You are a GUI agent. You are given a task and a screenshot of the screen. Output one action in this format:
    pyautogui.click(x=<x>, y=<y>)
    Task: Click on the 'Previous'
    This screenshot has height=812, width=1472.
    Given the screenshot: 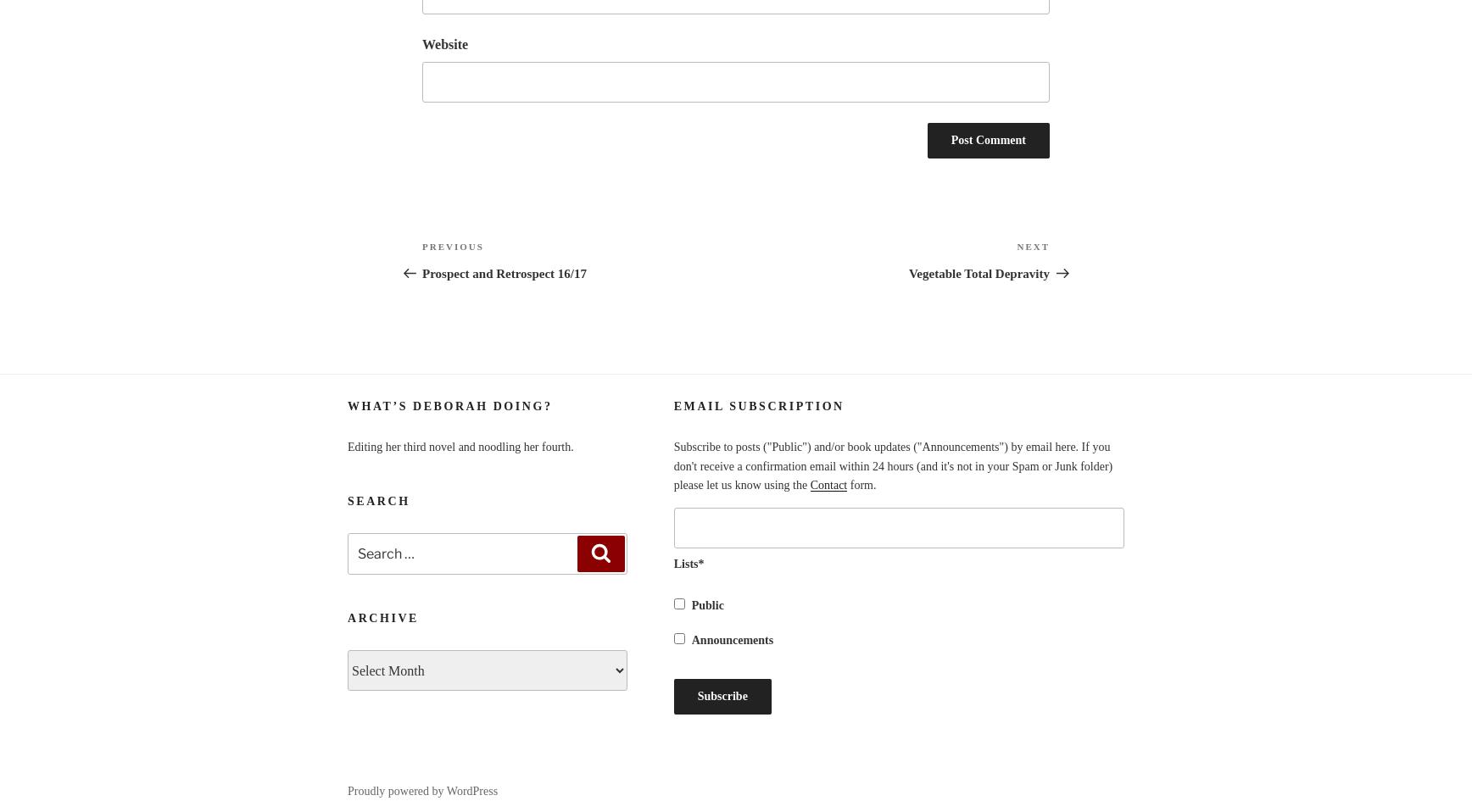 What is the action you would take?
    pyautogui.click(x=452, y=247)
    